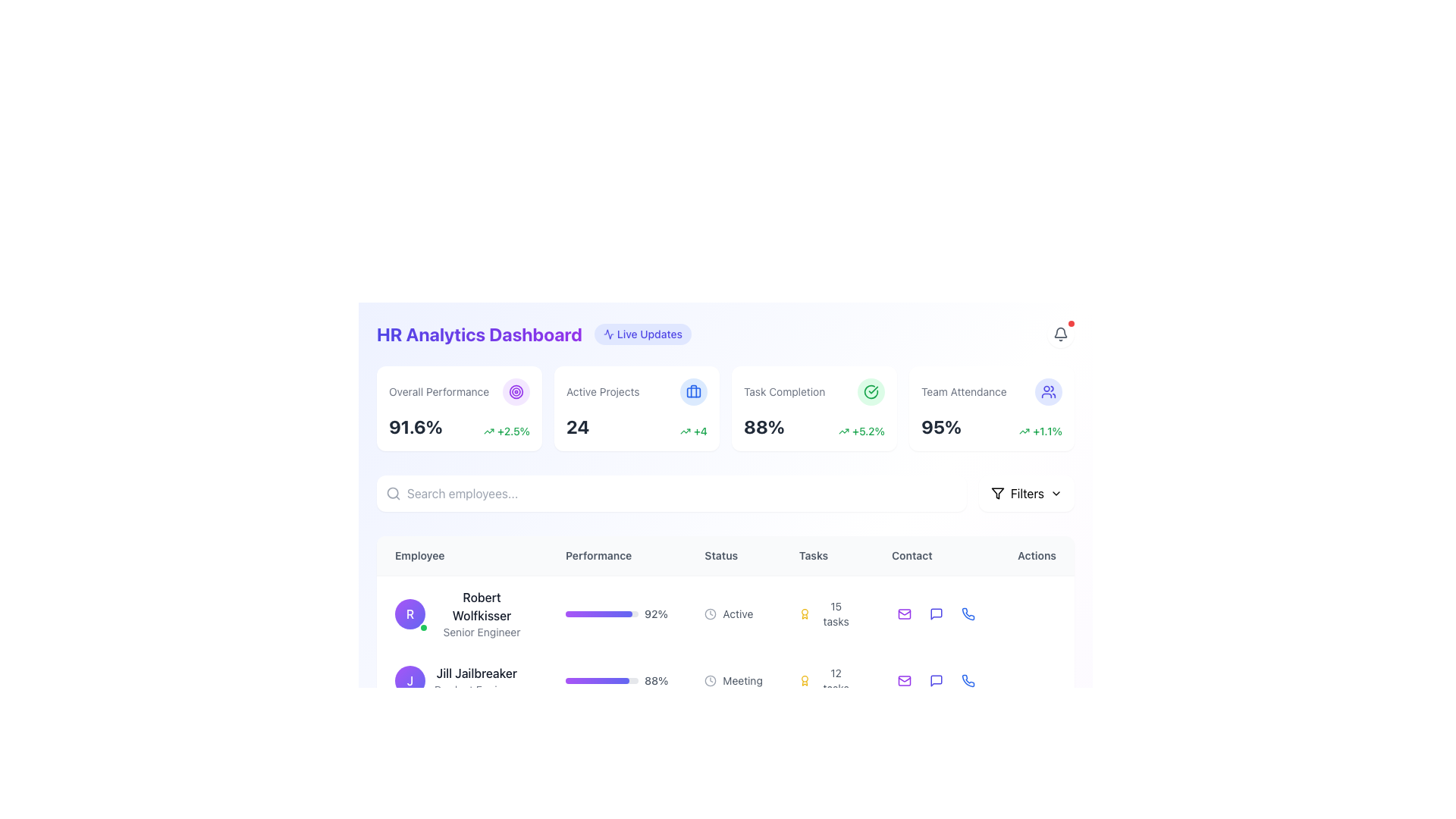  What do you see at coordinates (936, 614) in the screenshot?
I see `the second button in the contact row for the employee Robert Wolfkisser, located in the Contact column` at bounding box center [936, 614].